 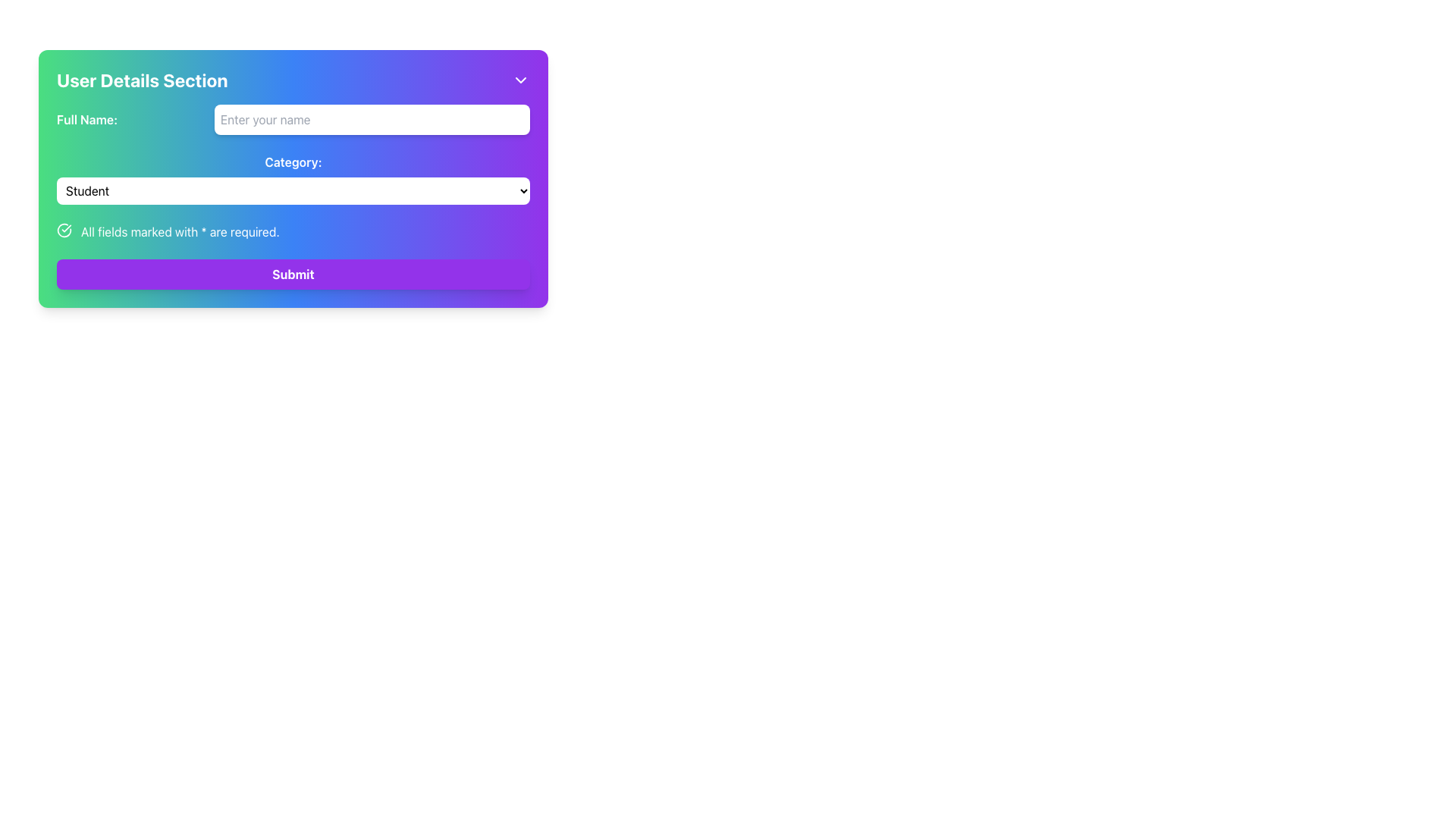 I want to click on the toggle icon located at the top-right corner of the 'User Details Section' header, so click(x=520, y=80).